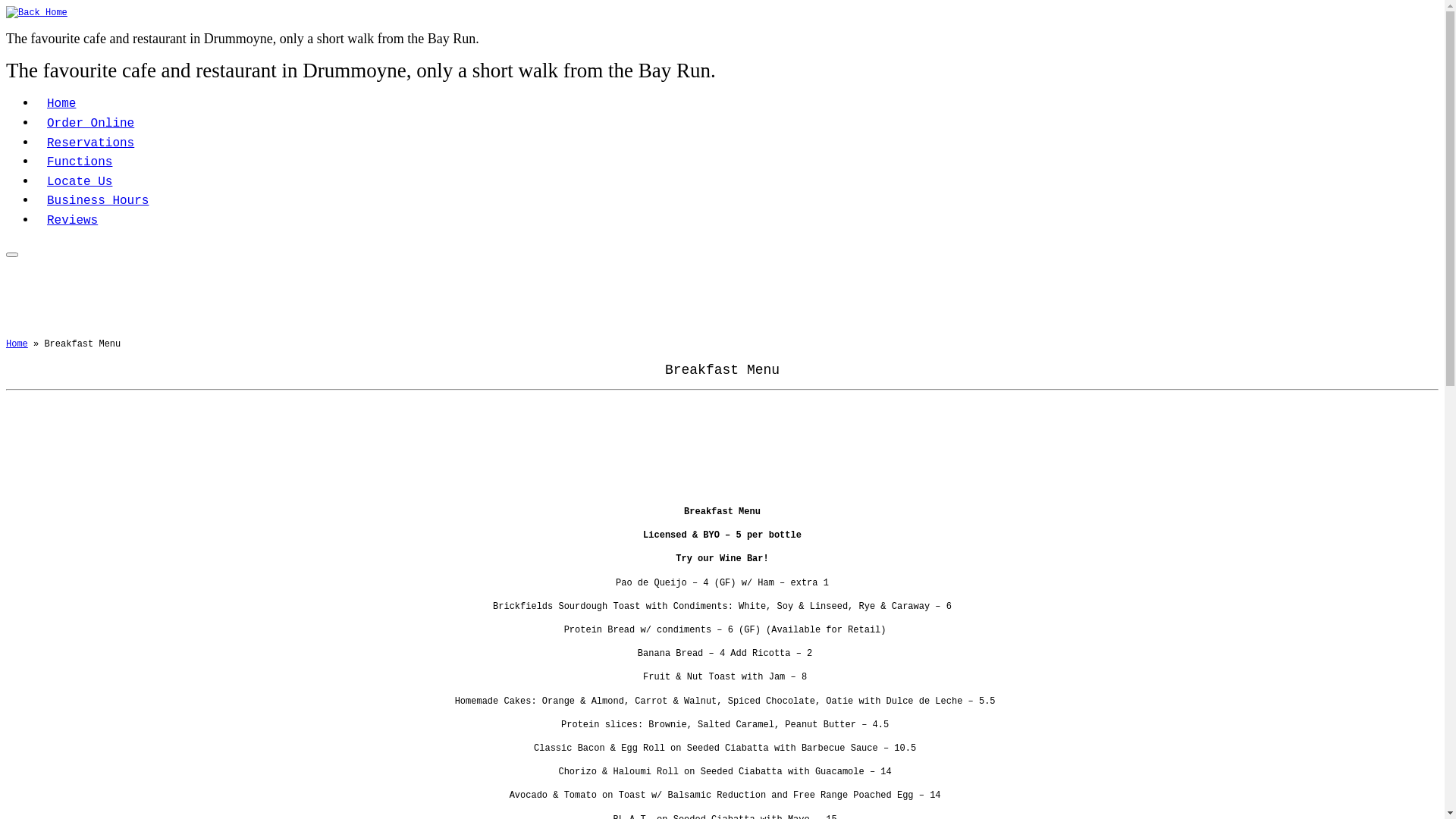 The width and height of the screenshot is (1456, 819). I want to click on 'Reservations', so click(36, 143).